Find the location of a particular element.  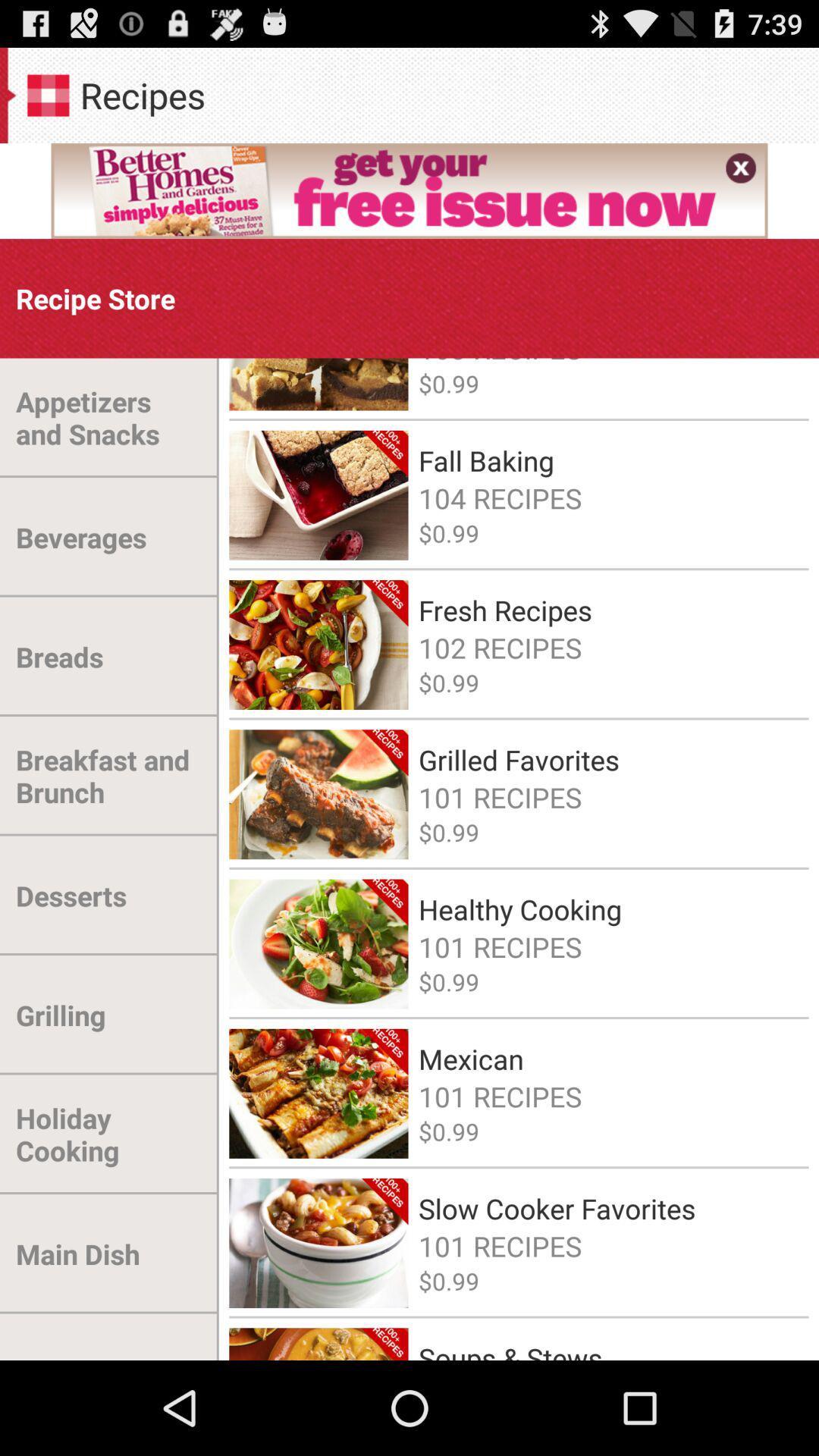

the main dish is located at coordinates (77, 1254).